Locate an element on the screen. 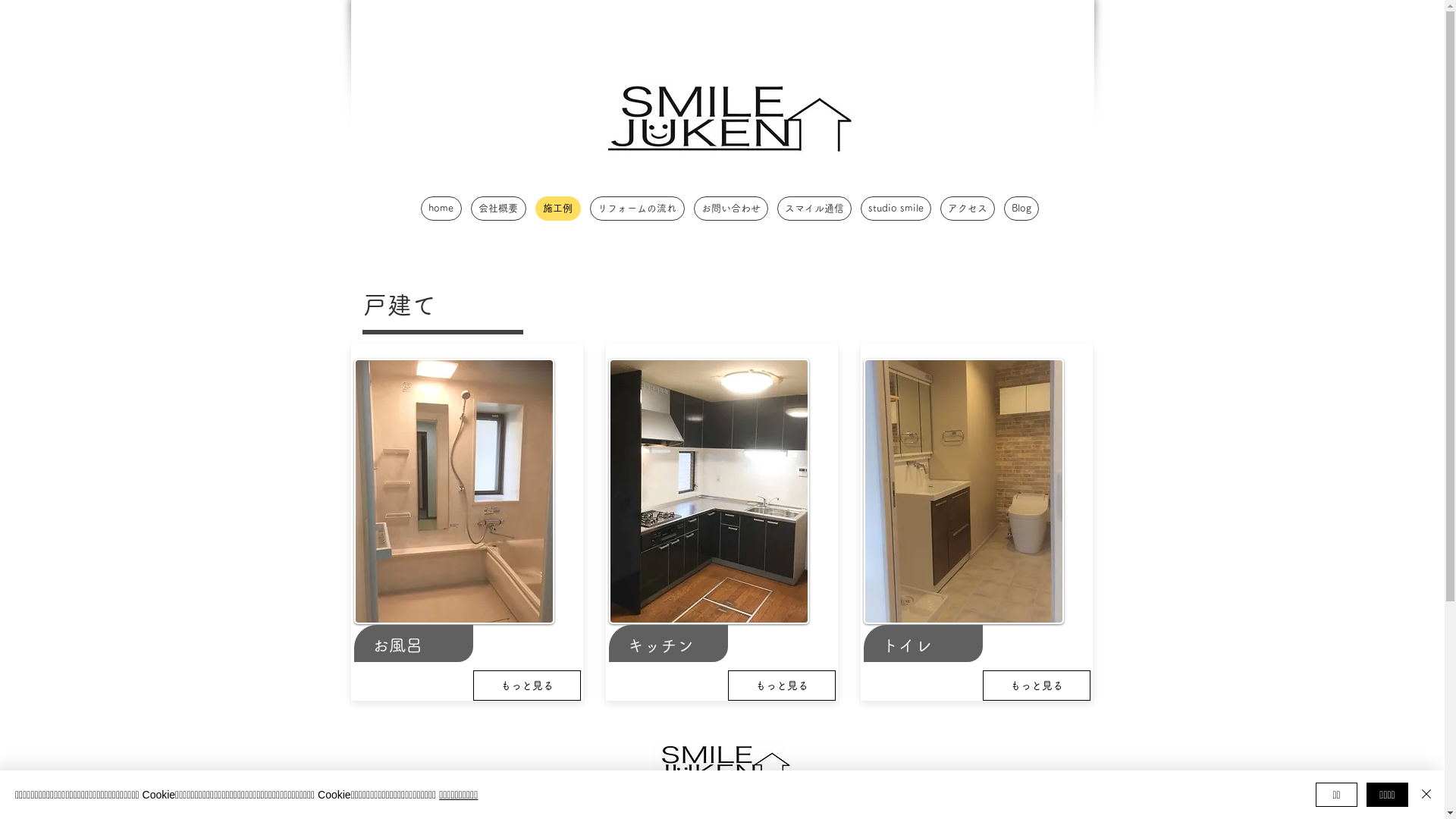 The width and height of the screenshot is (1456, 819). 'home' is located at coordinates (419, 208).